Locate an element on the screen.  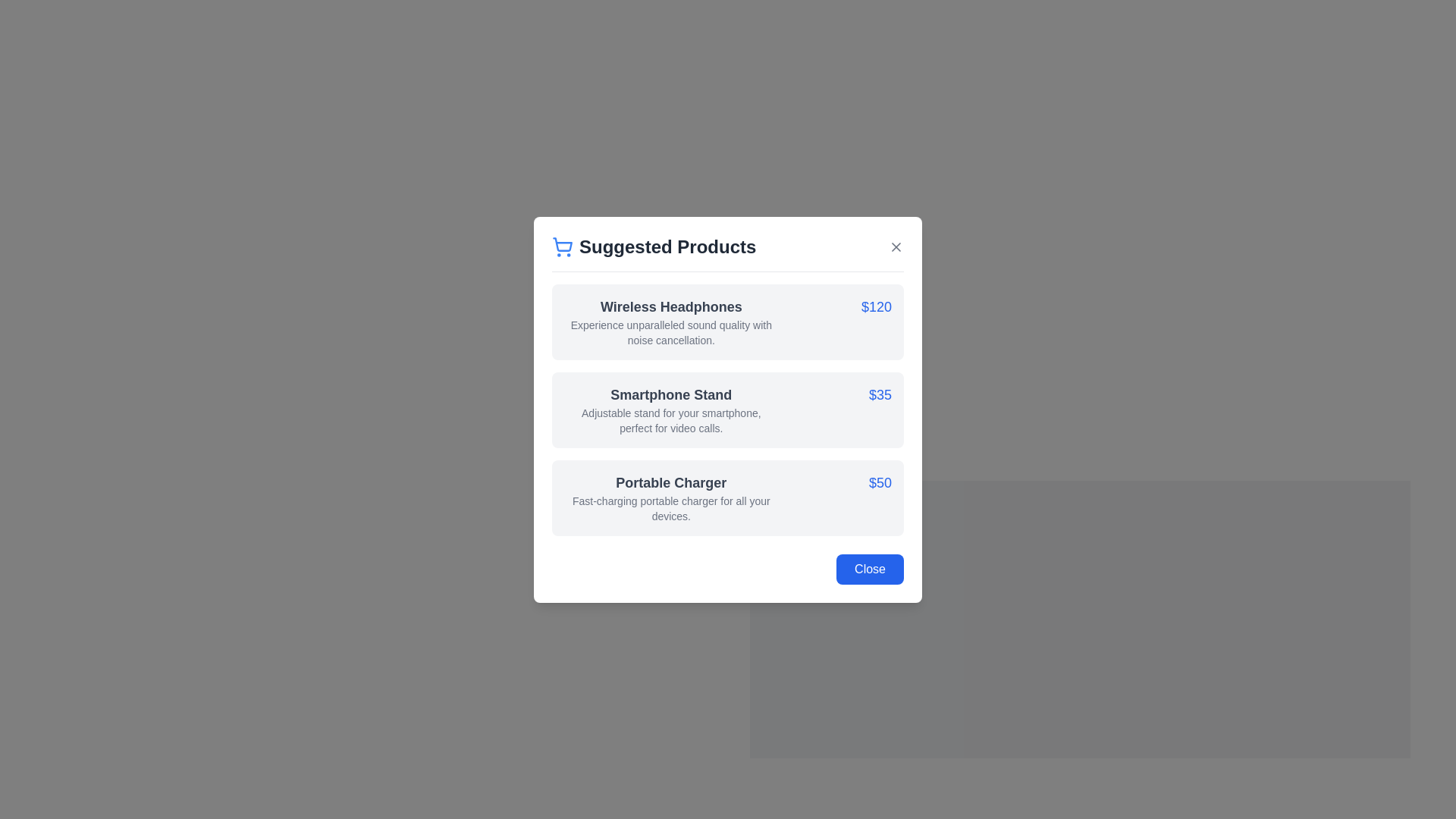
the 'Suggested Products' text element with a shopping cart icon on the left, which is bold and larger than surrounding text, styled in dark gray and positioned at the top-left section of the modal window is located at coordinates (654, 246).